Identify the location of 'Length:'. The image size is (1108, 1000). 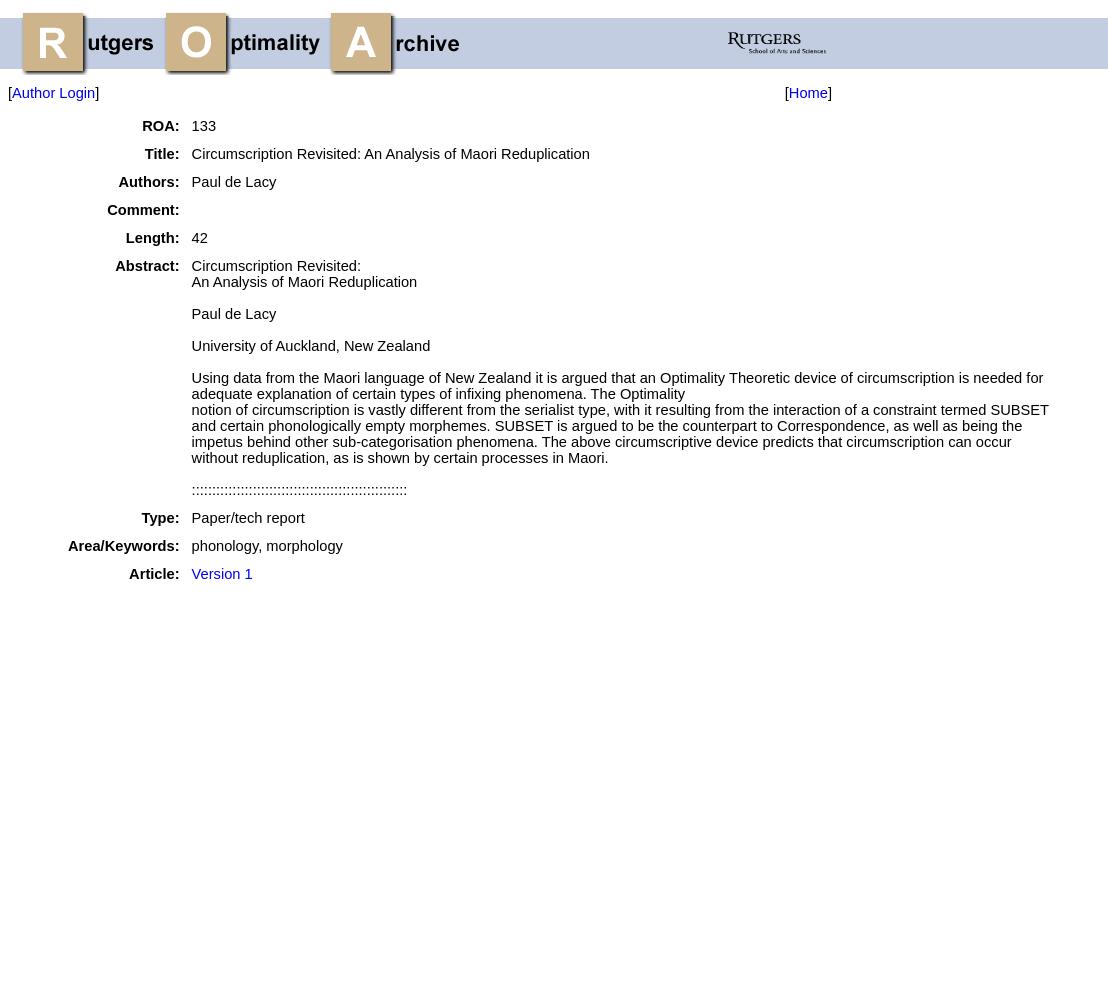
(124, 237).